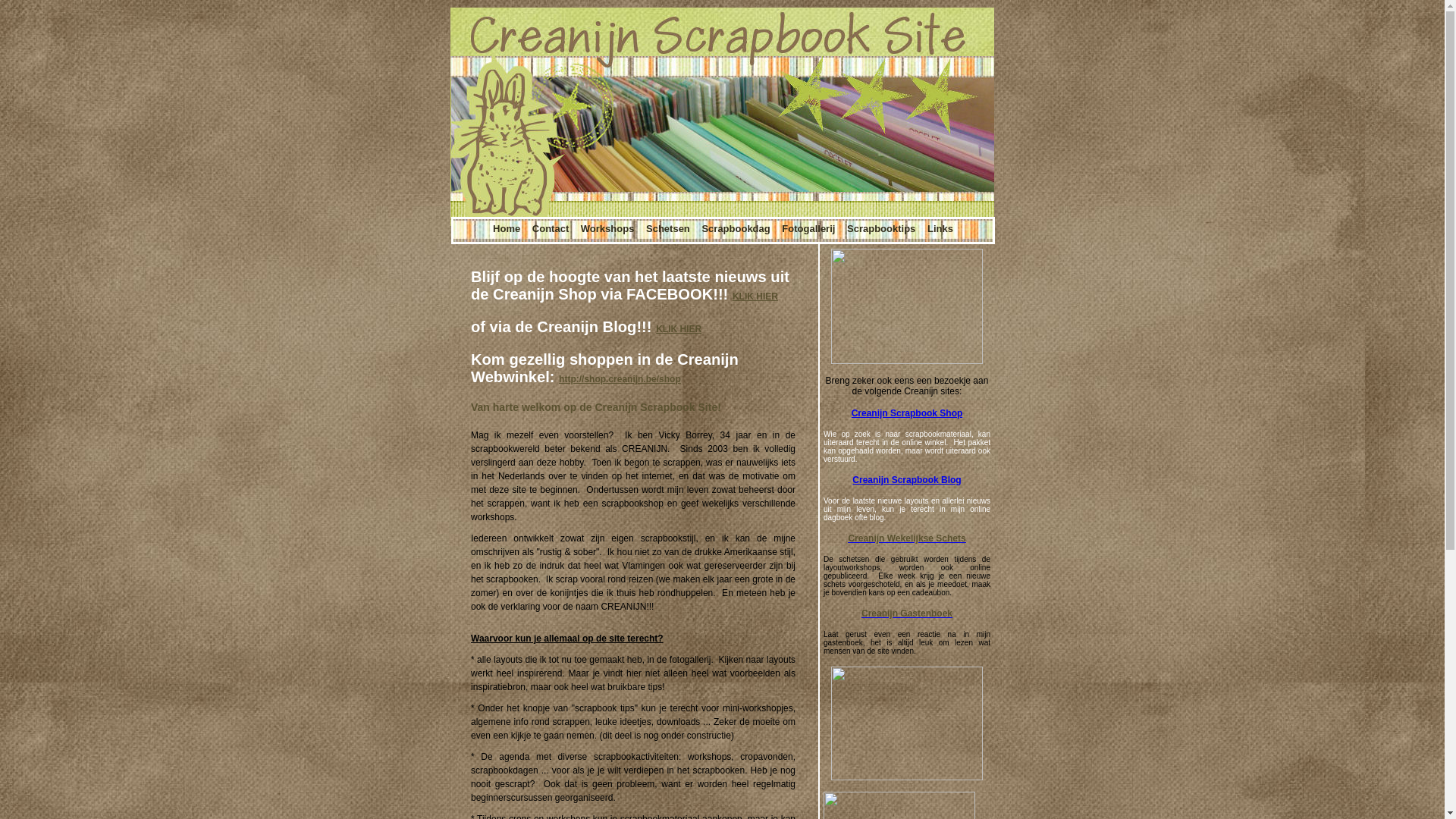  I want to click on 'Creanijn Gastenboek', so click(861, 613).